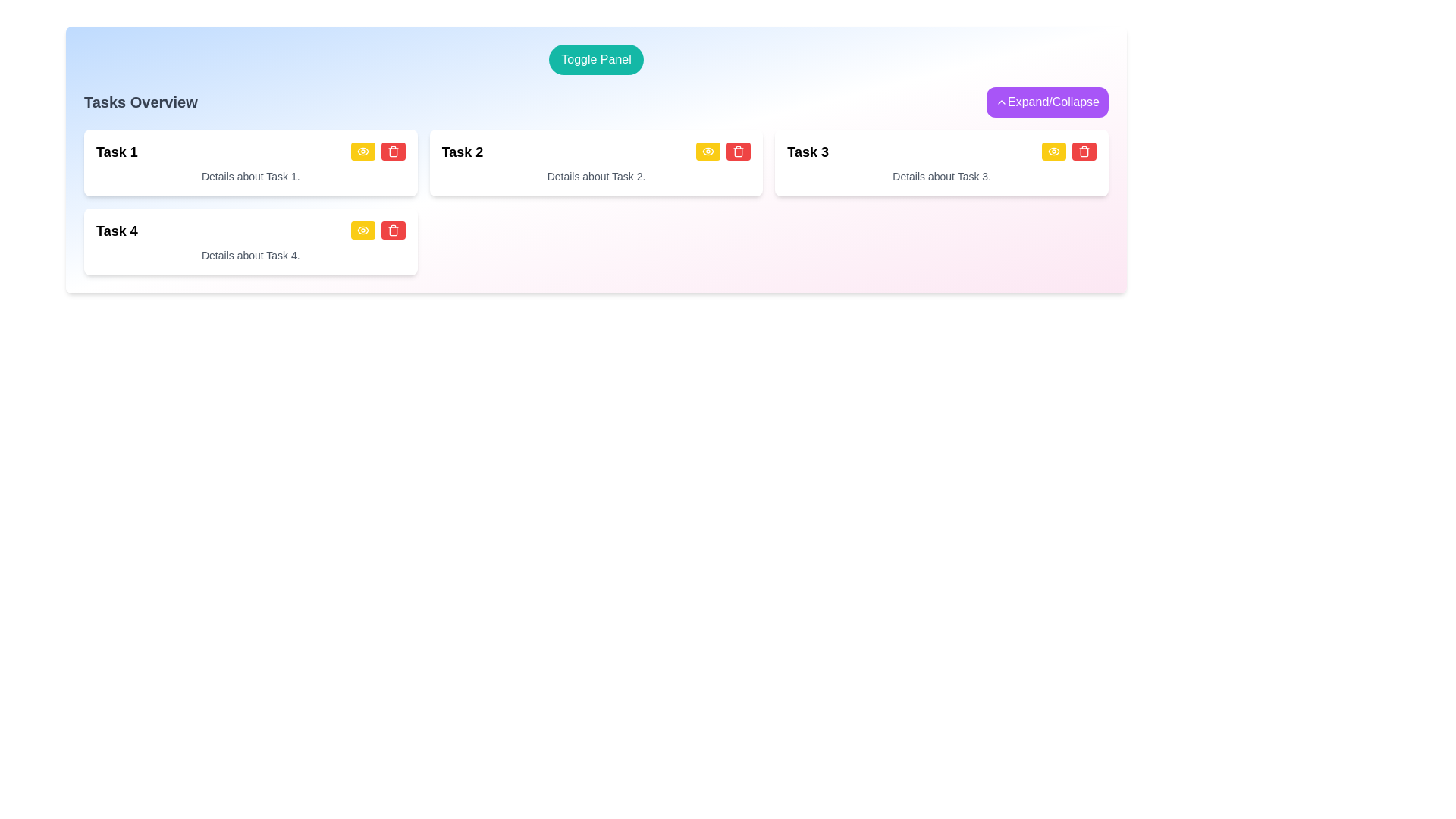  I want to click on the yellow button with an eye icon, which is the left-most button in the control section for 'Task 2', so click(708, 151).